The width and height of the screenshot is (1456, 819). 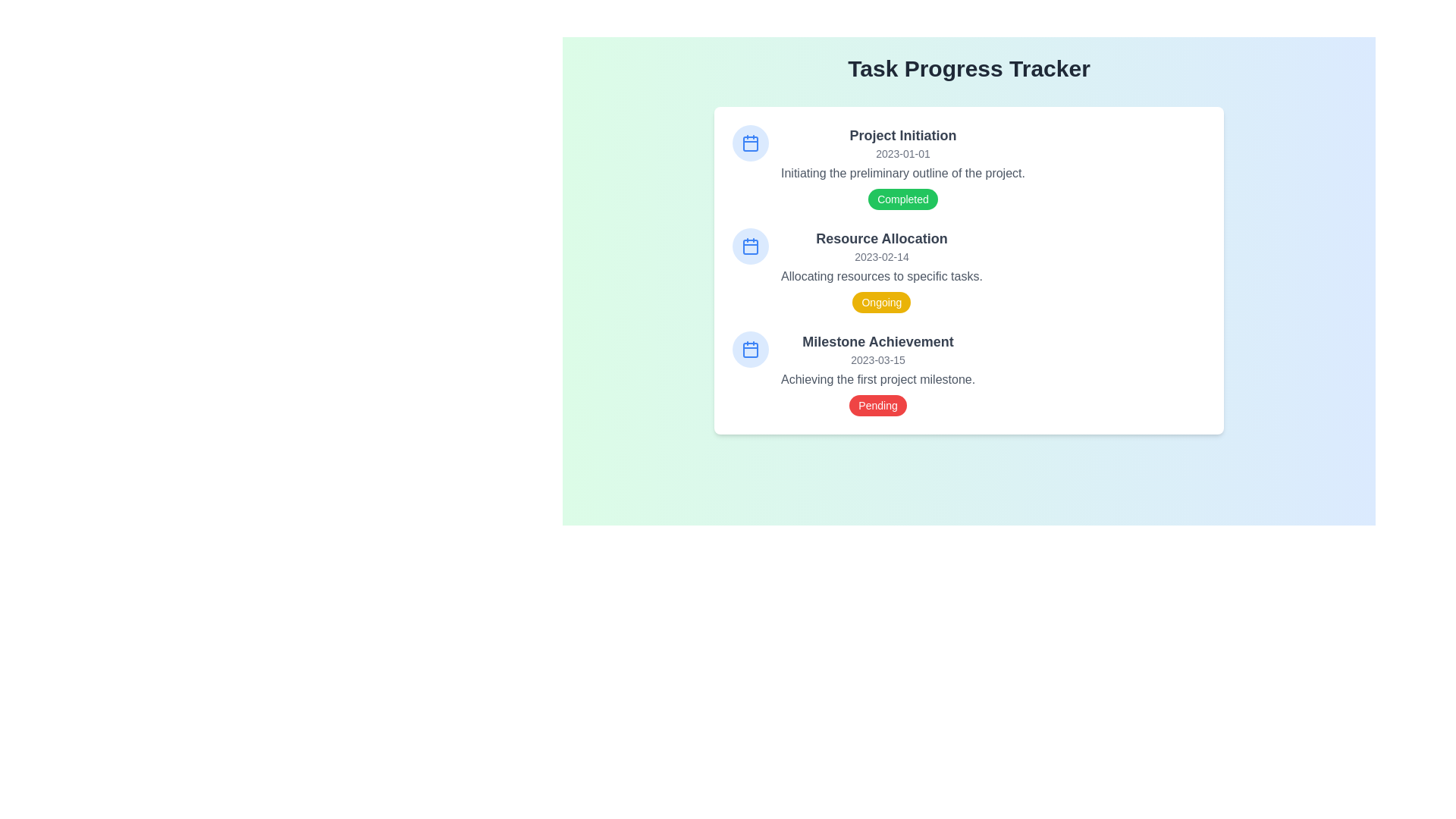 What do you see at coordinates (902, 134) in the screenshot?
I see `the text label that displays 'Project Initiation', which is styled in bold dark gray and serves as the main heading for its section` at bounding box center [902, 134].